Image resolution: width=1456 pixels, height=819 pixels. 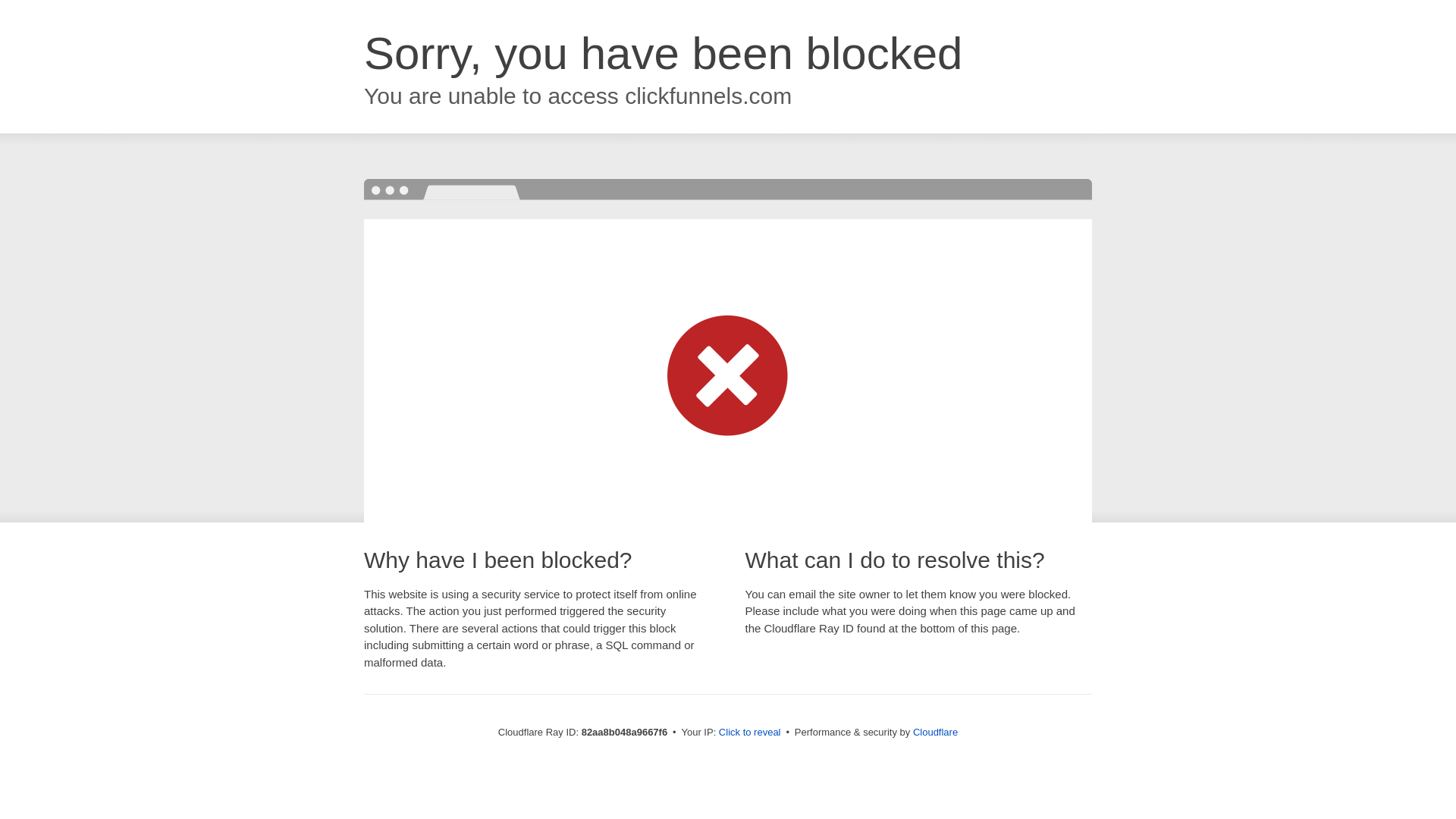 I want to click on 'Click to reveal', so click(x=749, y=731).